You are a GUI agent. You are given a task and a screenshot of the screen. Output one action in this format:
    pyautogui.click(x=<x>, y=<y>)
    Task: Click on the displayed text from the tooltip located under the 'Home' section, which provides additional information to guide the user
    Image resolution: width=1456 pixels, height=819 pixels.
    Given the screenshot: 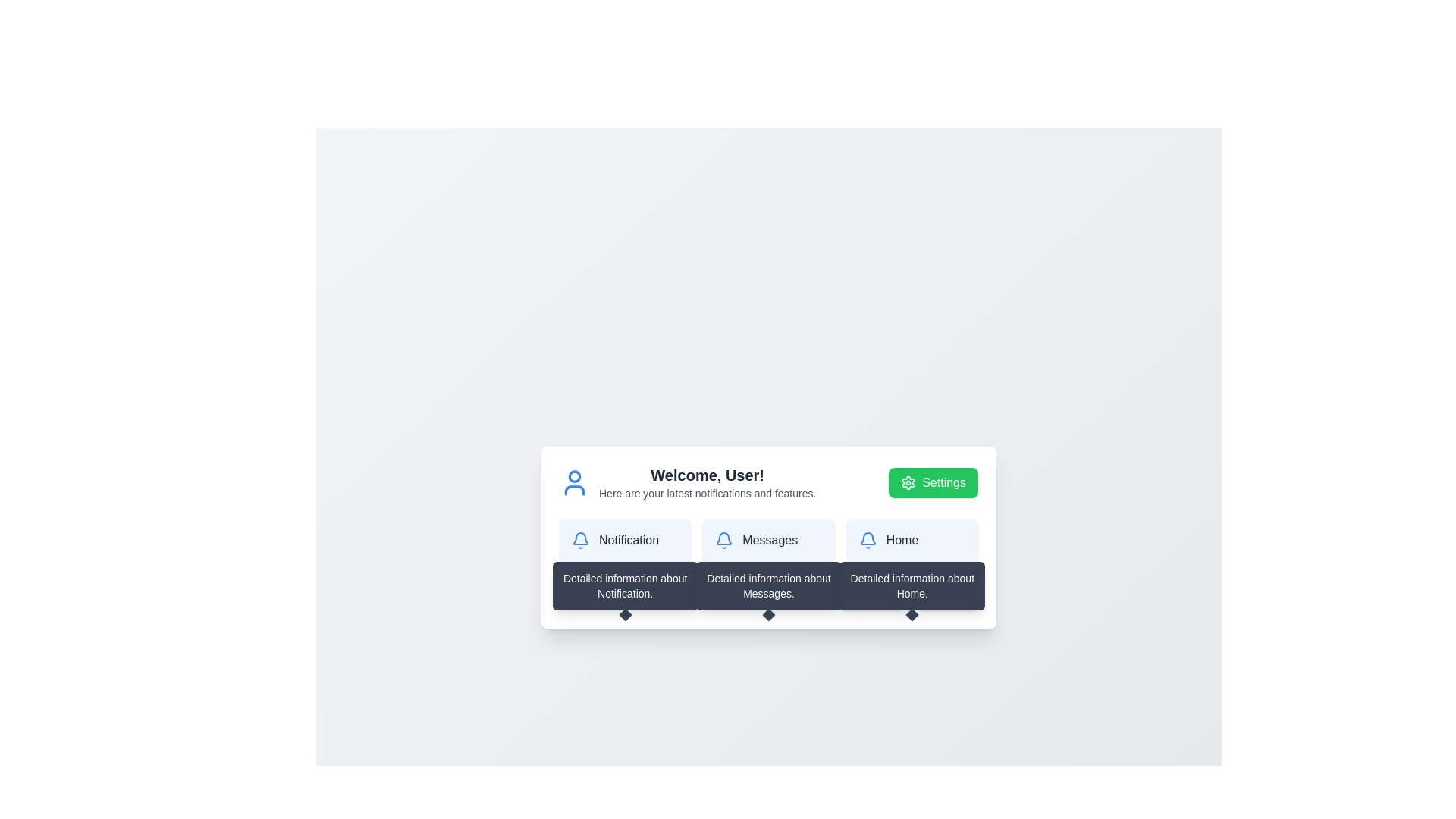 What is the action you would take?
    pyautogui.click(x=912, y=585)
    